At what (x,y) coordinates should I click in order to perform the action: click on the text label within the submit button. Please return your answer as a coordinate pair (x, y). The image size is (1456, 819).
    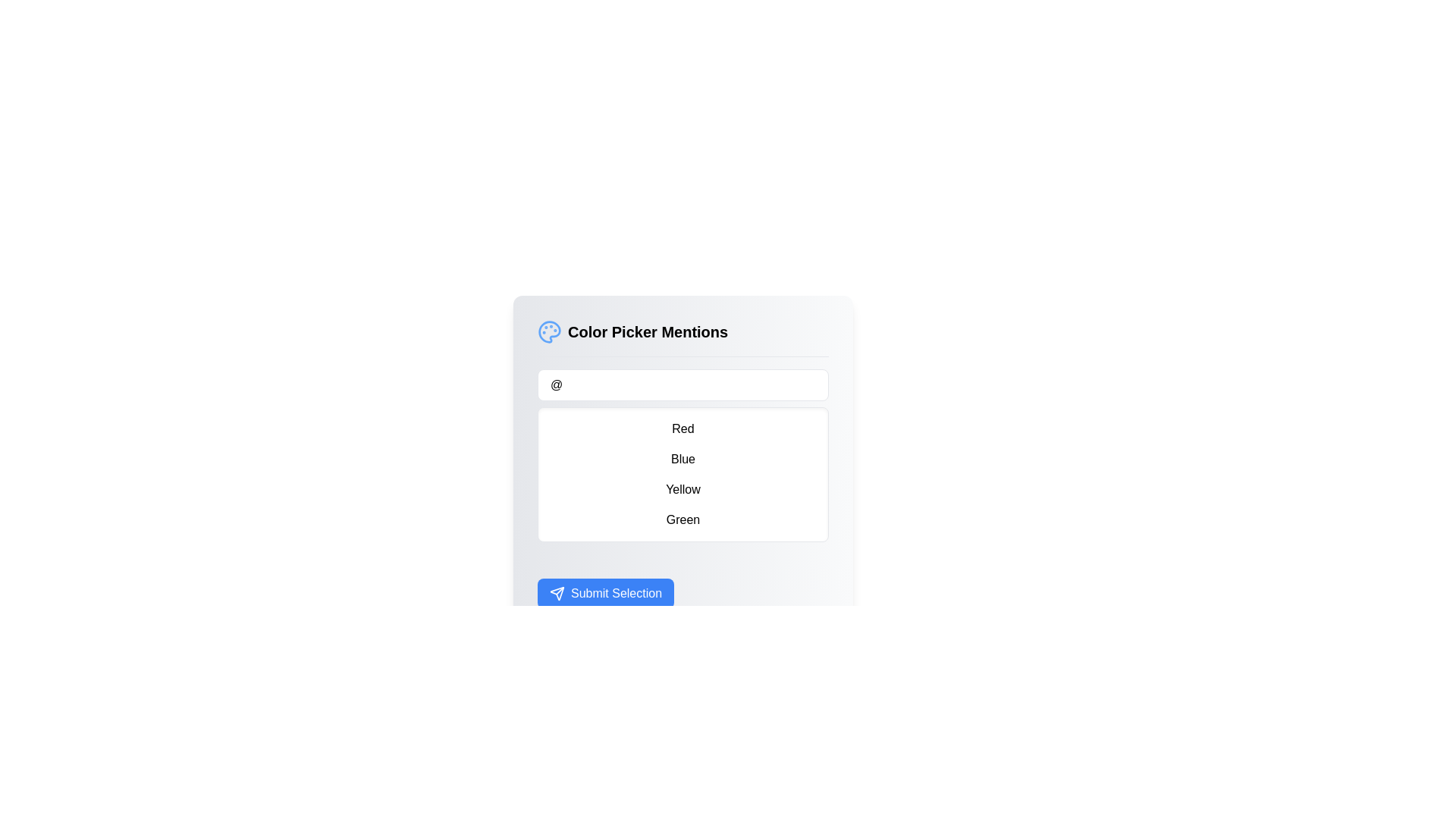
    Looking at the image, I should click on (617, 593).